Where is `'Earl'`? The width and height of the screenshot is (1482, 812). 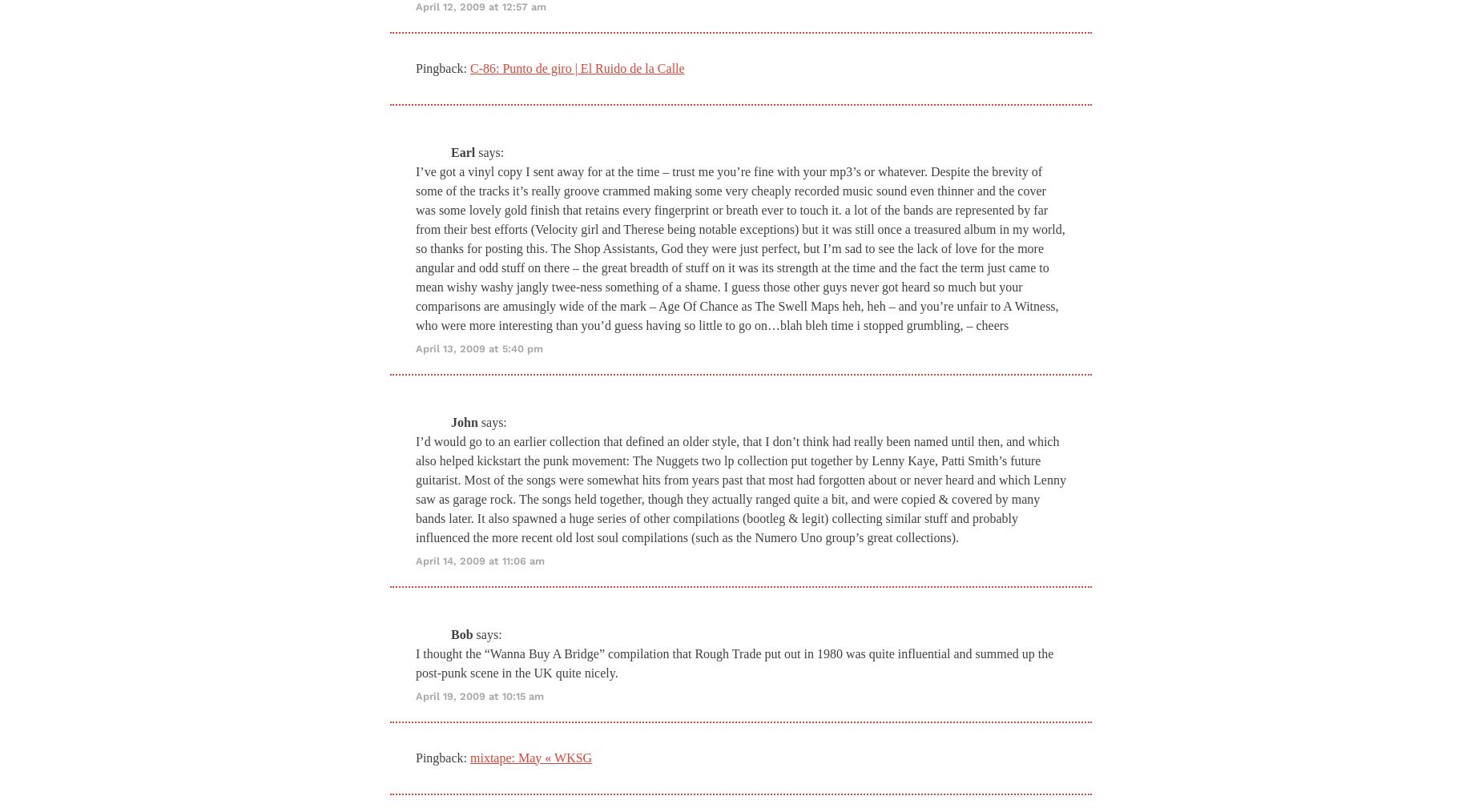
'Earl' is located at coordinates (462, 151).